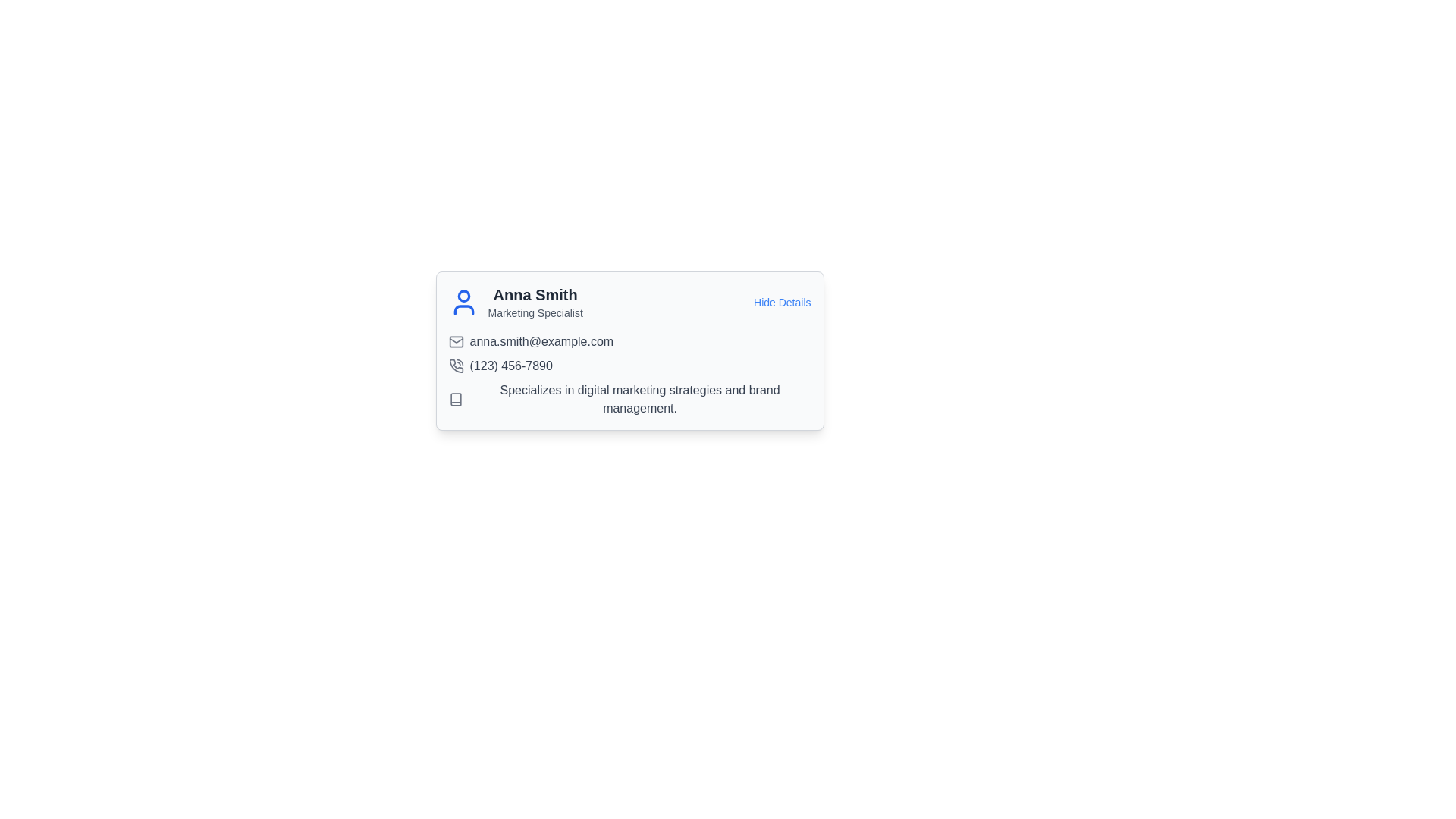 Image resolution: width=1456 pixels, height=819 pixels. What do you see at coordinates (541, 342) in the screenshot?
I see `the email address text label in the contact card, which is located beneath the name and job title and to the right of the envelope icon` at bounding box center [541, 342].